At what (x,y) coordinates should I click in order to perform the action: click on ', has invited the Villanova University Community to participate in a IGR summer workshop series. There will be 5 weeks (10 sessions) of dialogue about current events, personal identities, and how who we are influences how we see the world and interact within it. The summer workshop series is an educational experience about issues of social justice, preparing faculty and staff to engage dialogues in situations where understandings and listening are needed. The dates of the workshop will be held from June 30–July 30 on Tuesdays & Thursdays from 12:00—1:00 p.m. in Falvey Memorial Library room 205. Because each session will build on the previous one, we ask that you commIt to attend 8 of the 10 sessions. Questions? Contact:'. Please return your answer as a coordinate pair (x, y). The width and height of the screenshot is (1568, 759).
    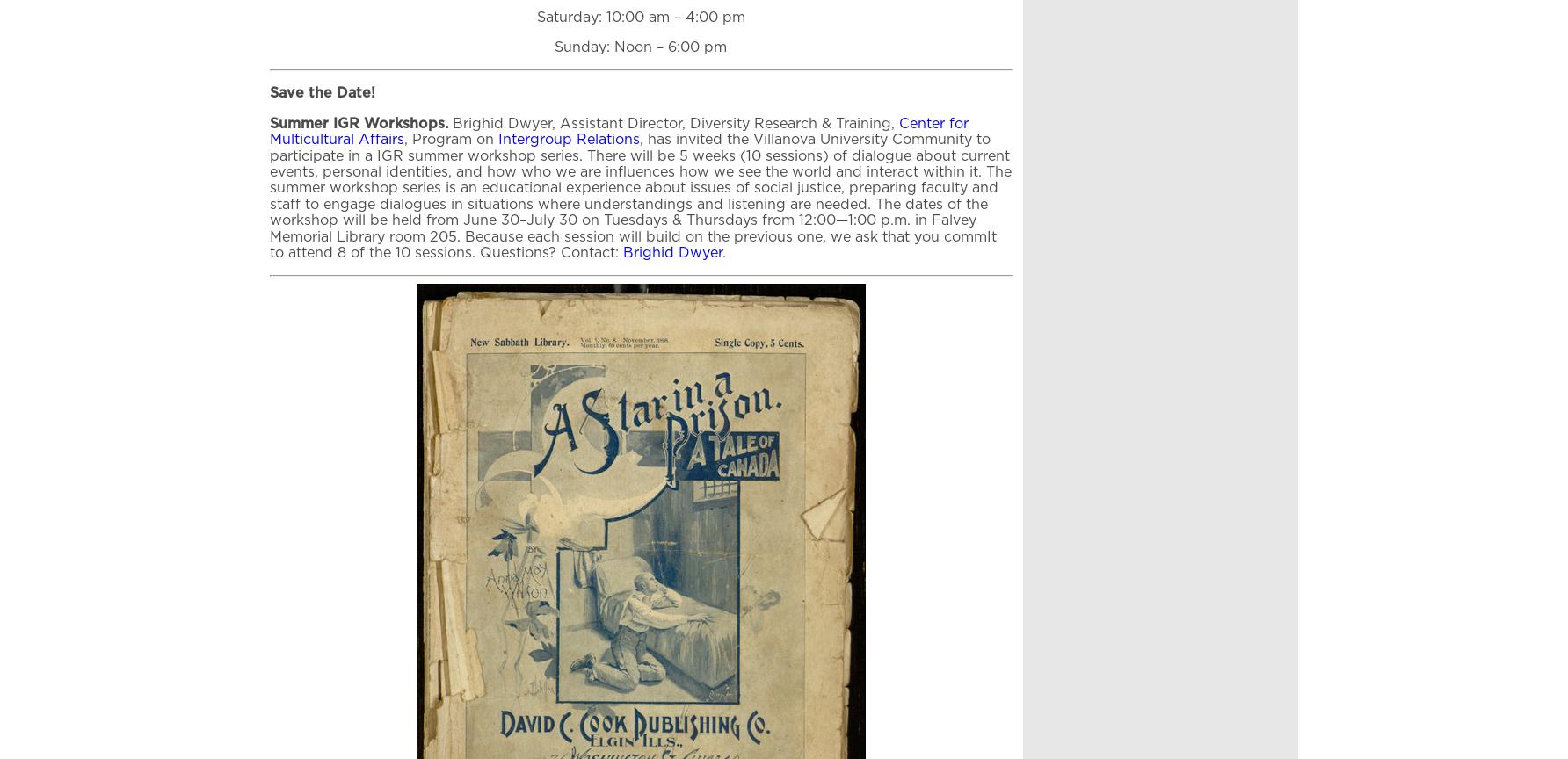
    Looking at the image, I should click on (640, 196).